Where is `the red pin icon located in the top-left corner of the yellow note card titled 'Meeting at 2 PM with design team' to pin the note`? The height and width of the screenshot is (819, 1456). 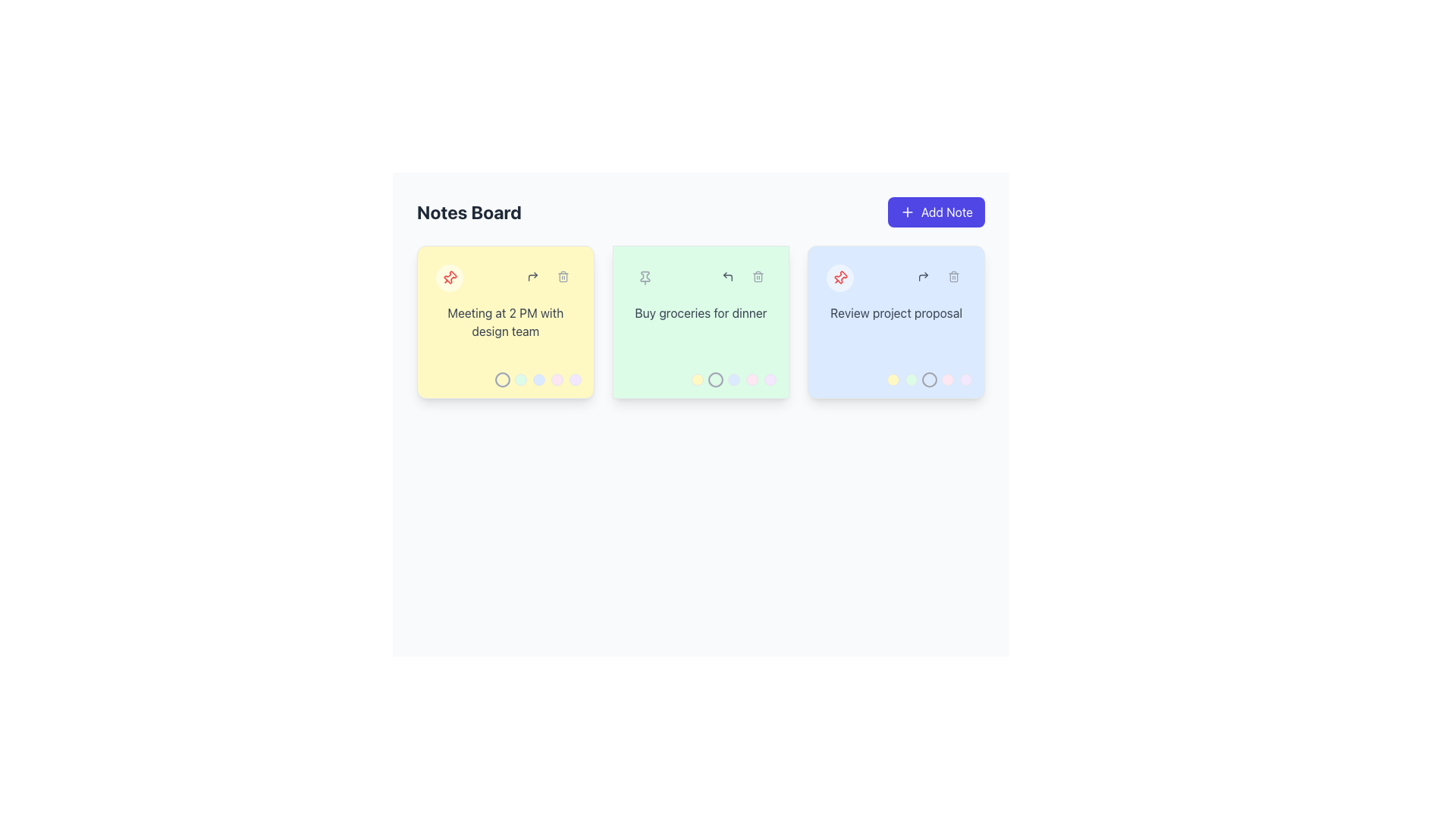
the red pin icon located in the top-left corner of the yellow note card titled 'Meeting at 2 PM with design team' to pin the note is located at coordinates (449, 278).